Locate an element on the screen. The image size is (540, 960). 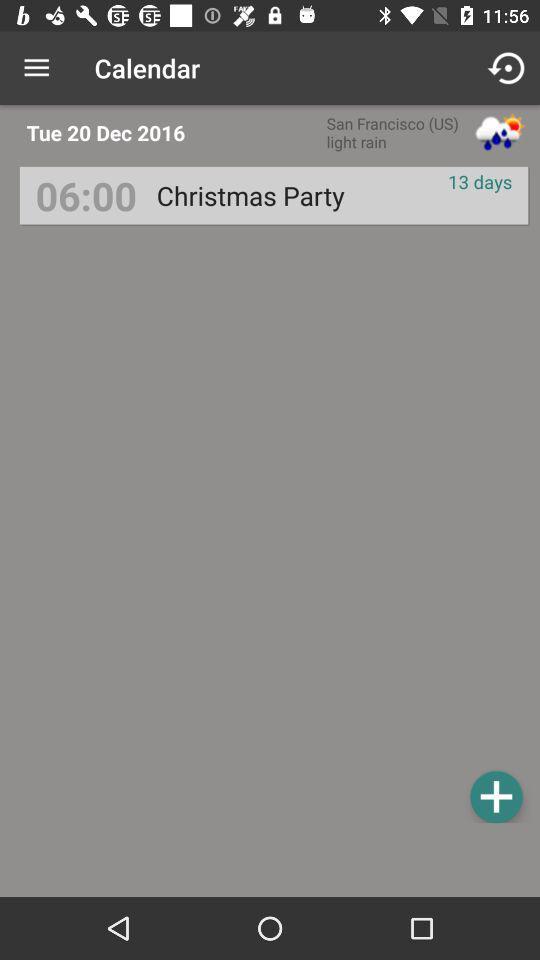
the 06:00 is located at coordinates (85, 195).